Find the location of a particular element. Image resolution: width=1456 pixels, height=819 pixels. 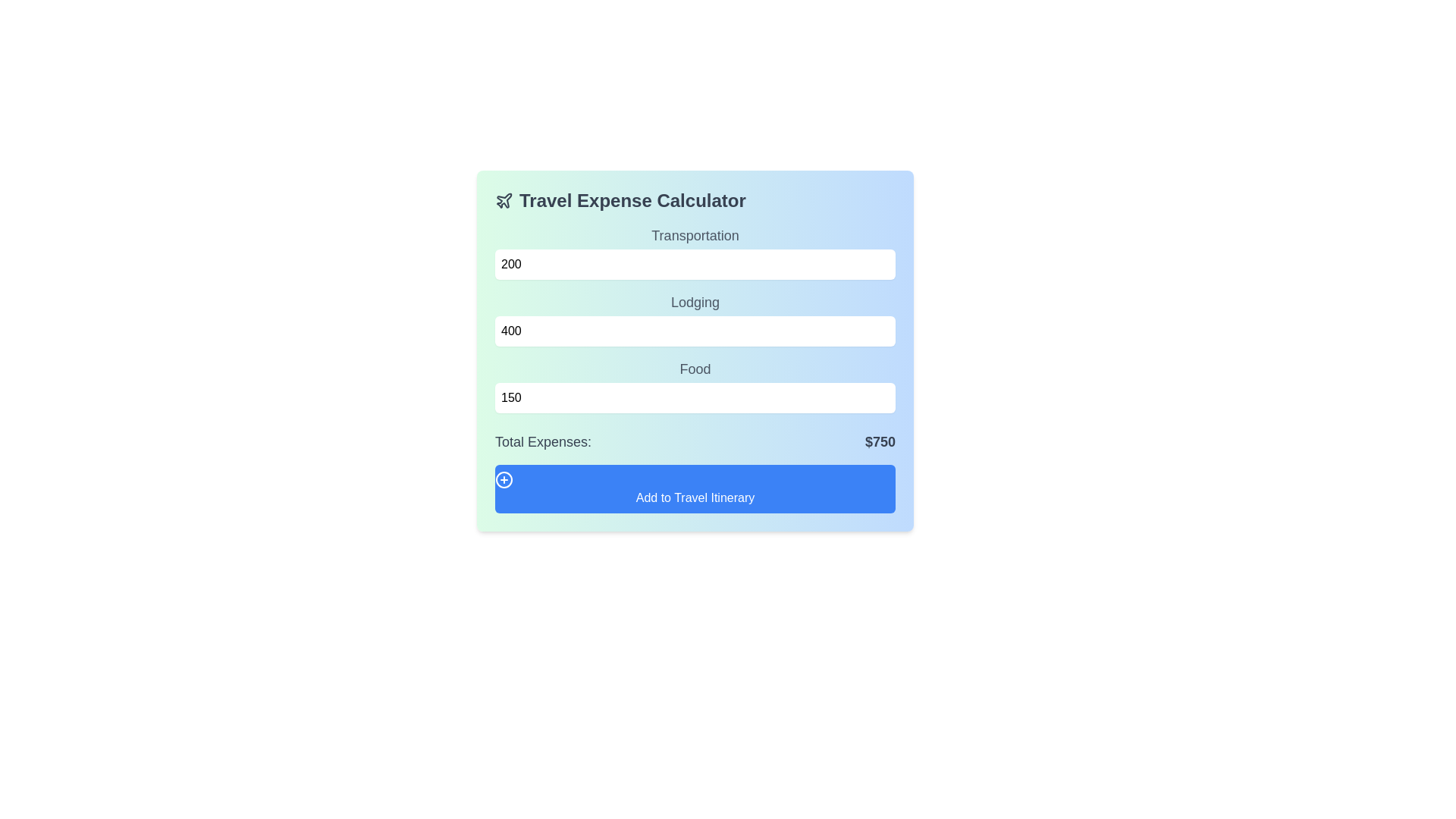

the button located at the bottom of the 'Travel Expense Calculator' card is located at coordinates (694, 488).